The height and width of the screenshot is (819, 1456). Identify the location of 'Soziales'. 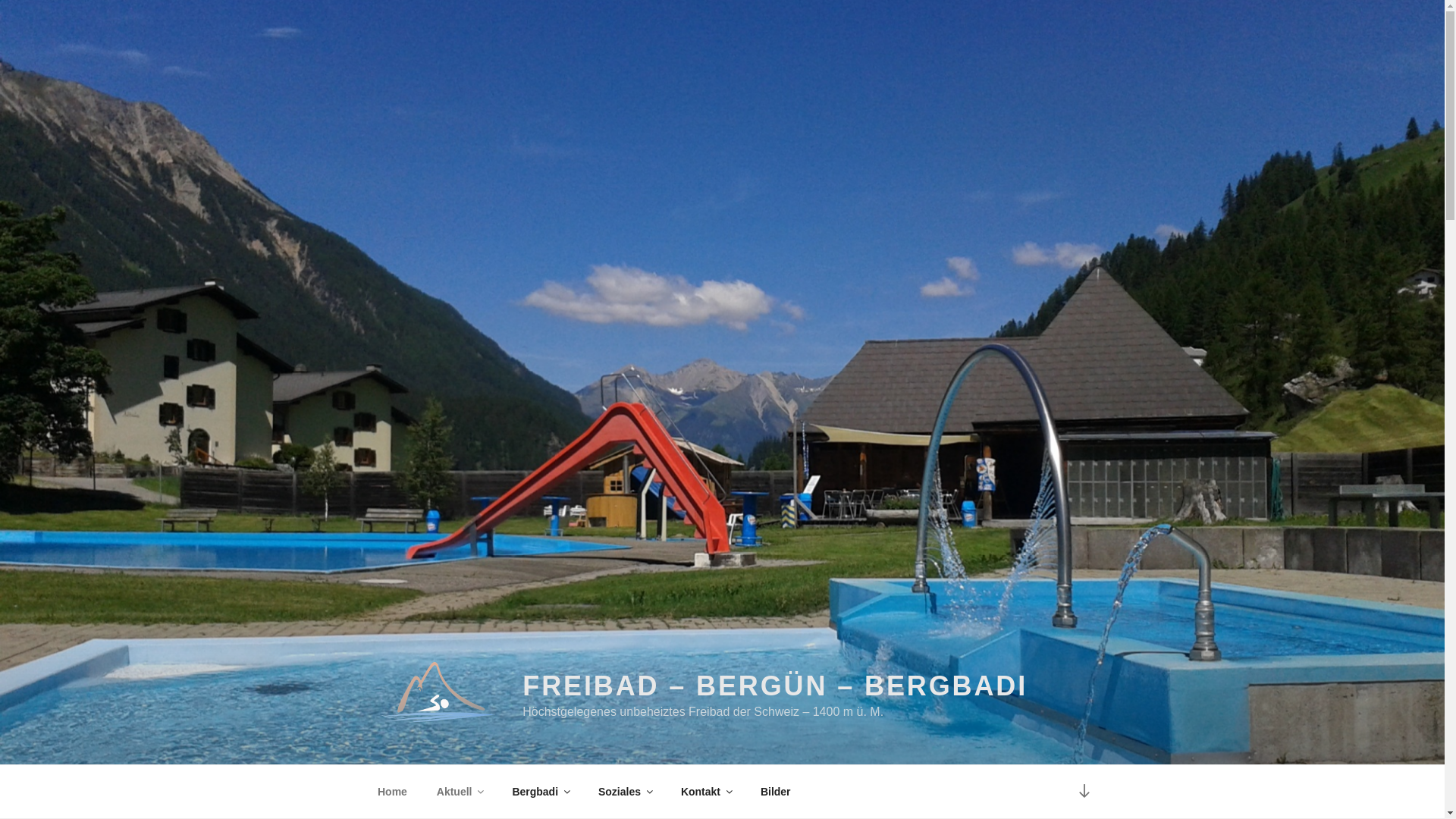
(624, 791).